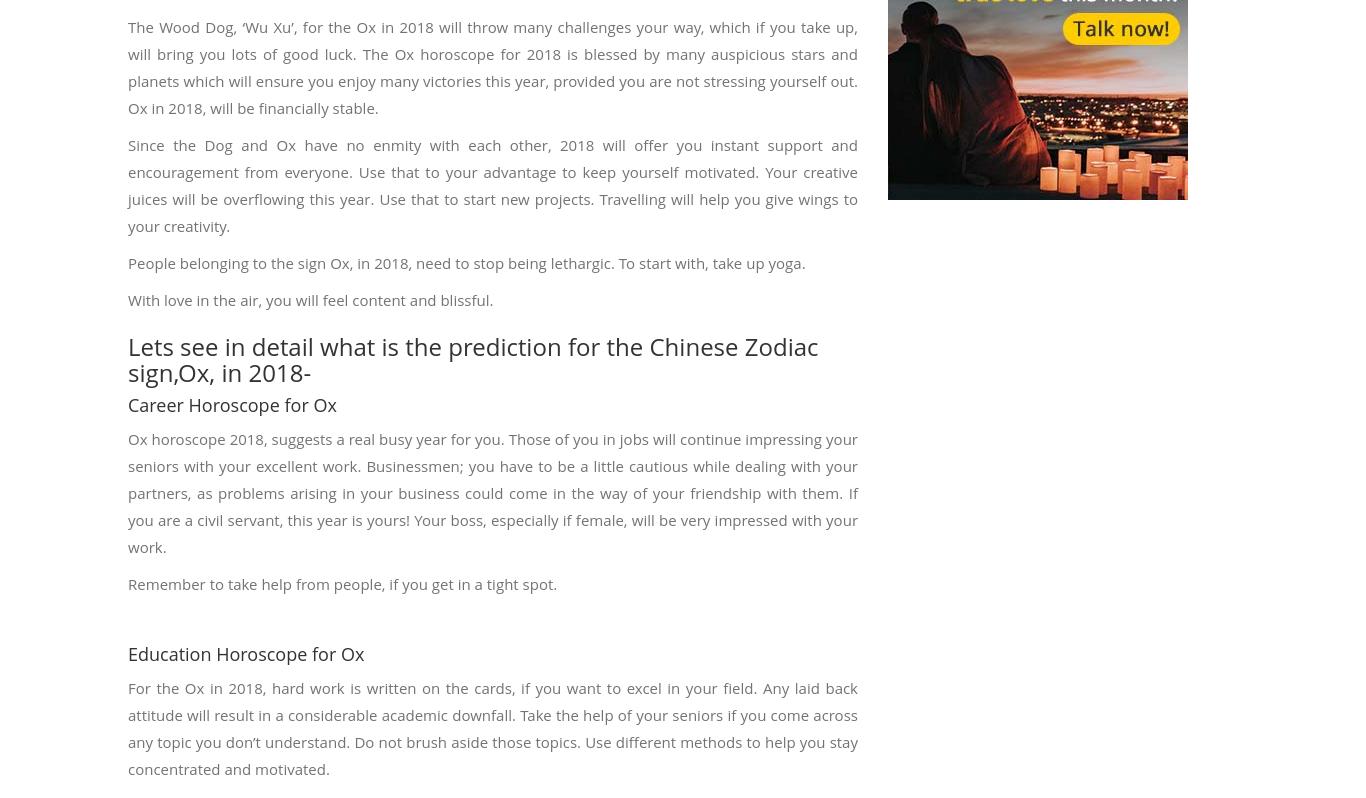 The height and width of the screenshot is (798, 1366). I want to click on 'Since the Dog and Ox have no enmity with each other, 2018 will offer you instant support and encouragement from everyone. Use that to your advantage to keep yourself motivated. Your creative juices will be overflowing this year. Use that to start new projects. Travelling will help you give wings to your creativity.', so click(126, 183).